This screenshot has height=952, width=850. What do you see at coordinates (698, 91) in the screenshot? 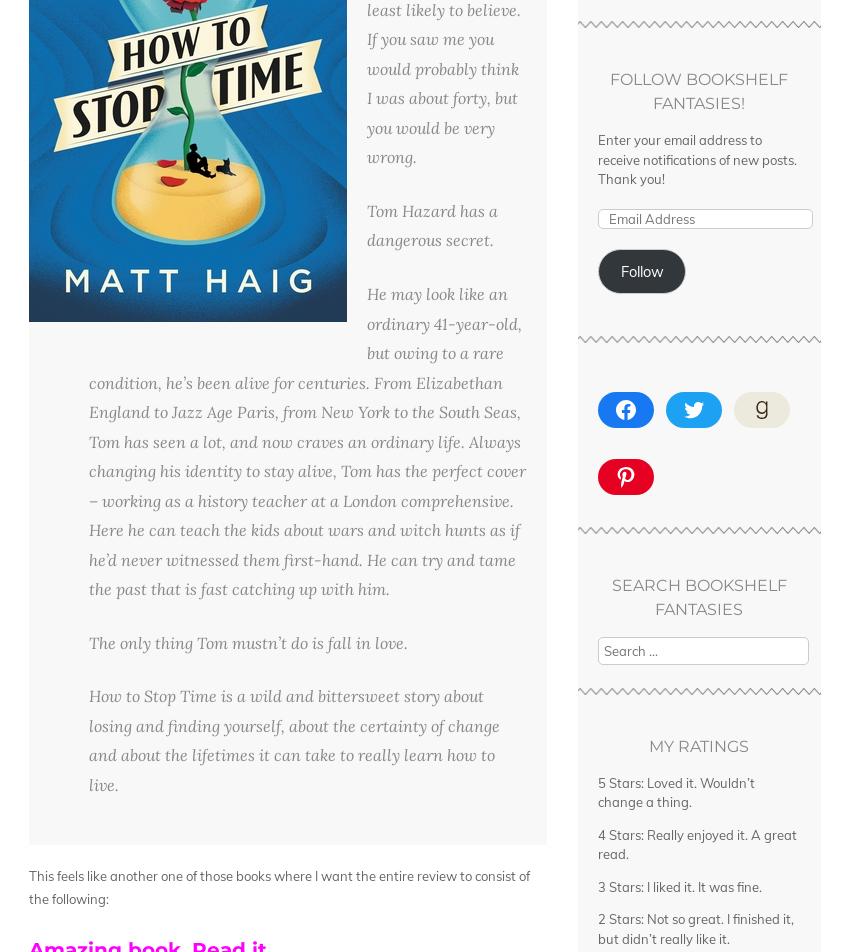
I see `'Follow Bookshelf Fantasies!'` at bounding box center [698, 91].